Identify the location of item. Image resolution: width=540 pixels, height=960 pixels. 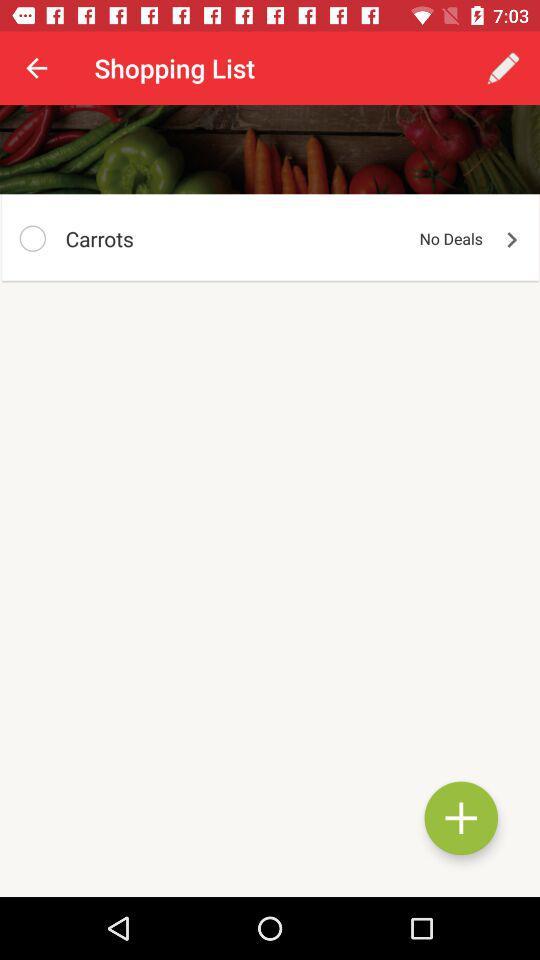
(461, 818).